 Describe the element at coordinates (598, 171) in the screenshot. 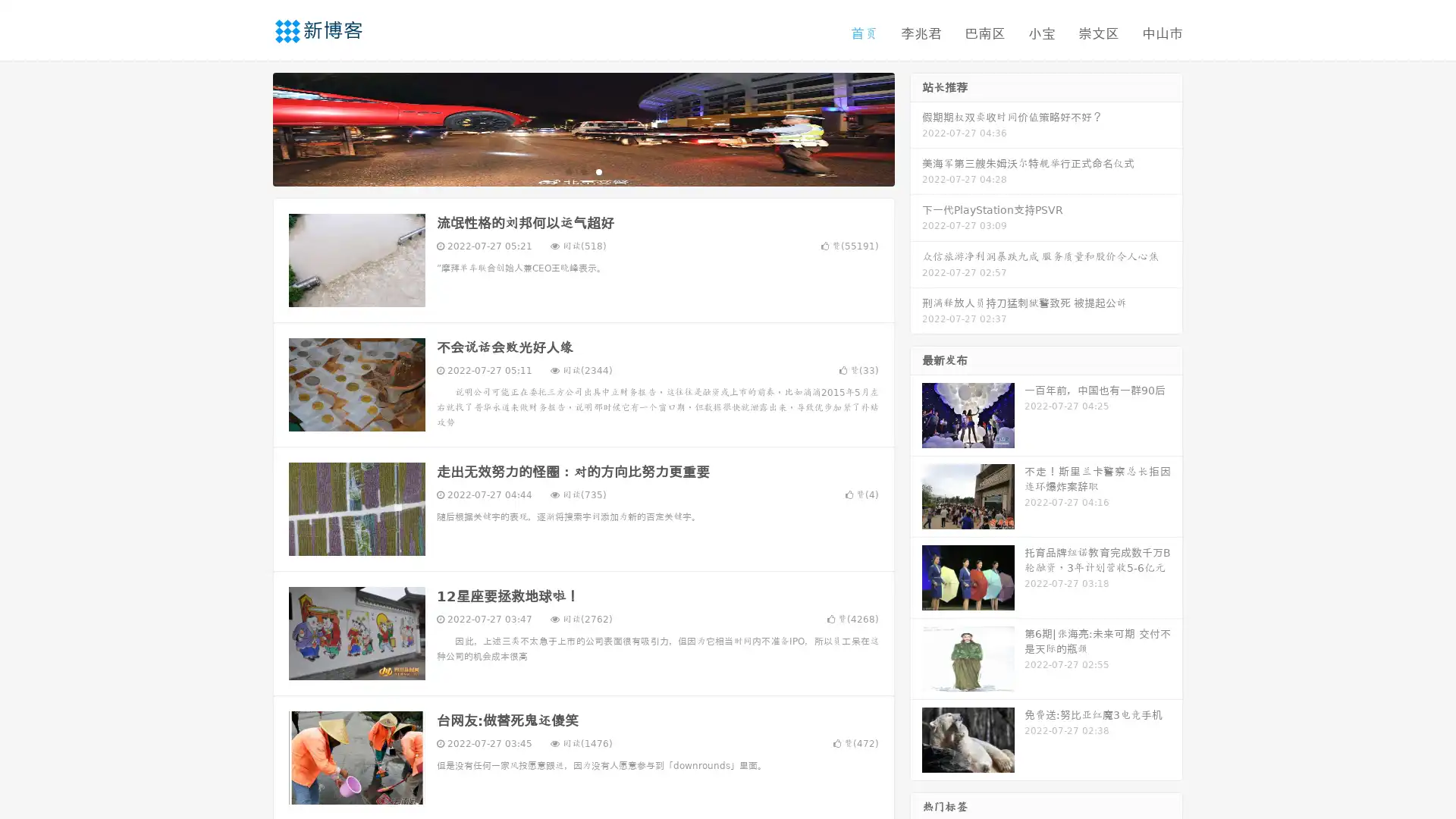

I see `Go to slide 3` at that location.